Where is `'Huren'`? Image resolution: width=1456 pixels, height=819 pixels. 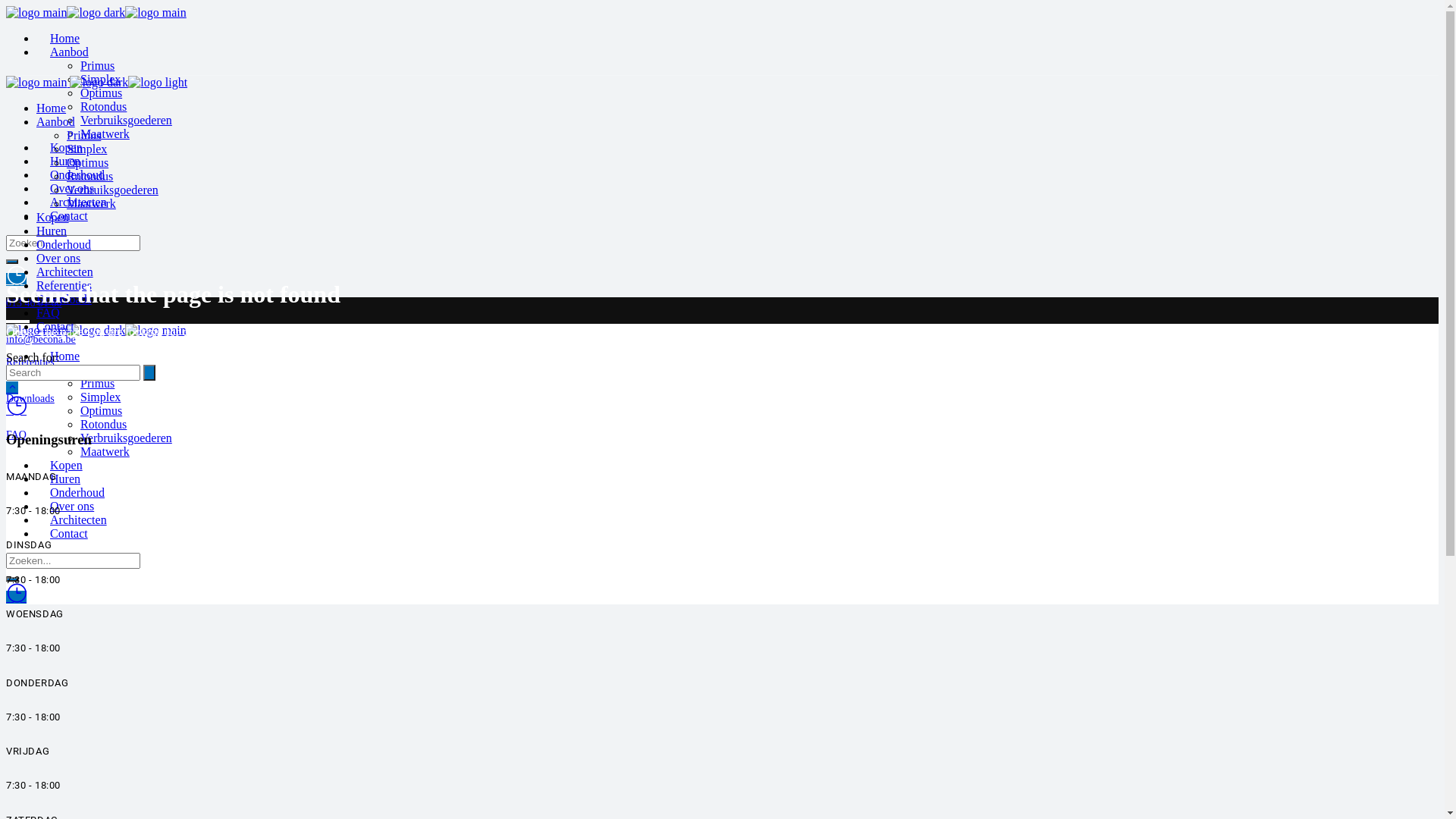
'Huren' is located at coordinates (51, 231).